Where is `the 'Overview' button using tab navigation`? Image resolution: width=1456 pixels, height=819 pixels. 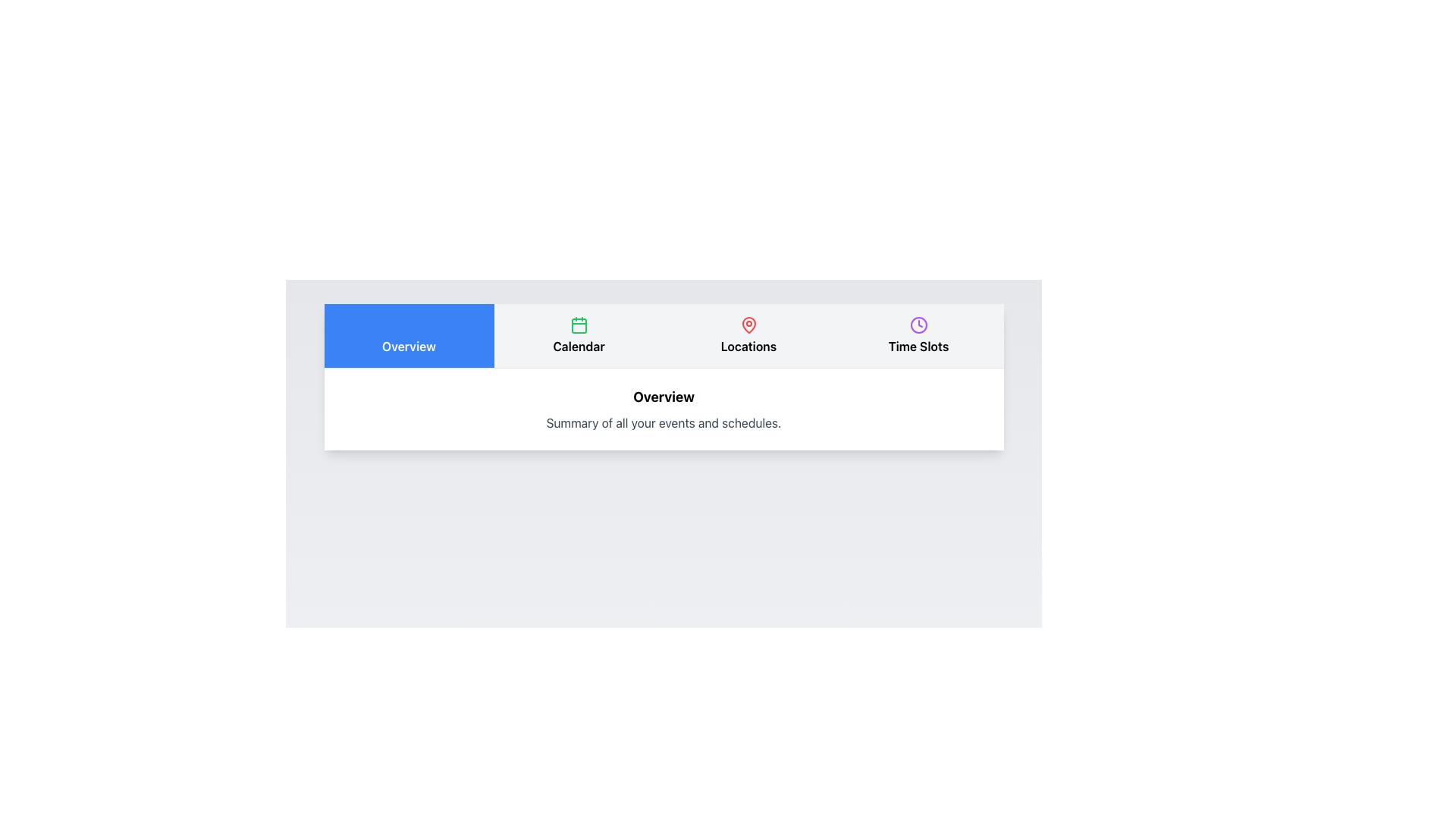 the 'Overview' button using tab navigation is located at coordinates (409, 335).